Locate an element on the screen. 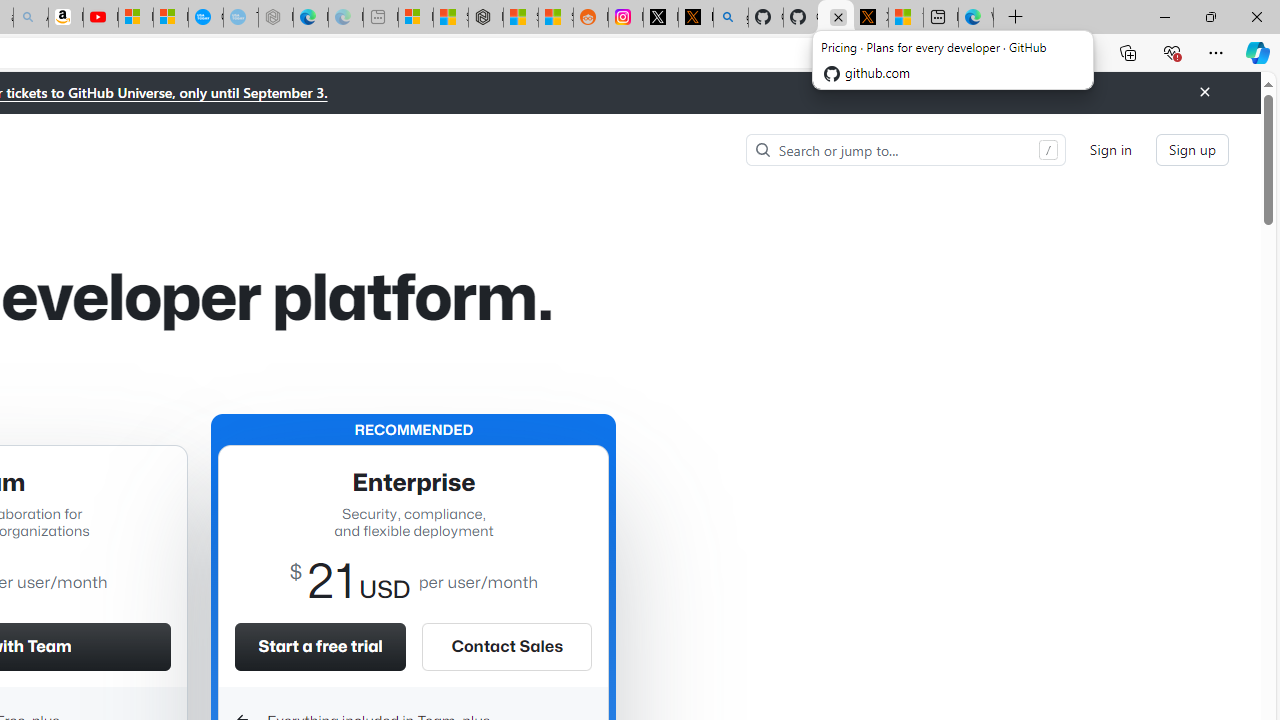  'help.x.com | 524: A timeout occurred' is located at coordinates (695, 17).